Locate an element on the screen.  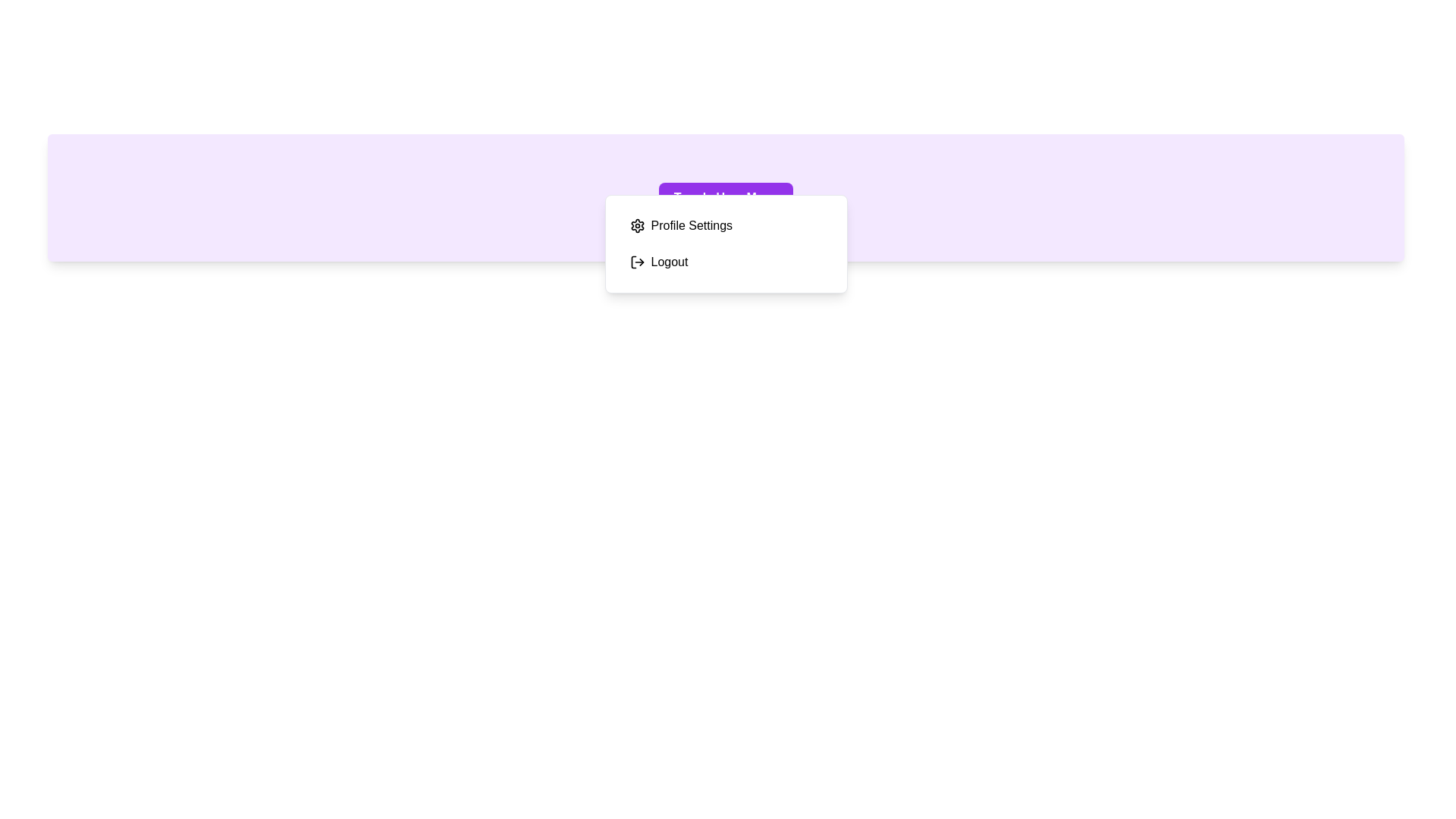
the 'Profile Settings' option in the UserMenu is located at coordinates (725, 225).